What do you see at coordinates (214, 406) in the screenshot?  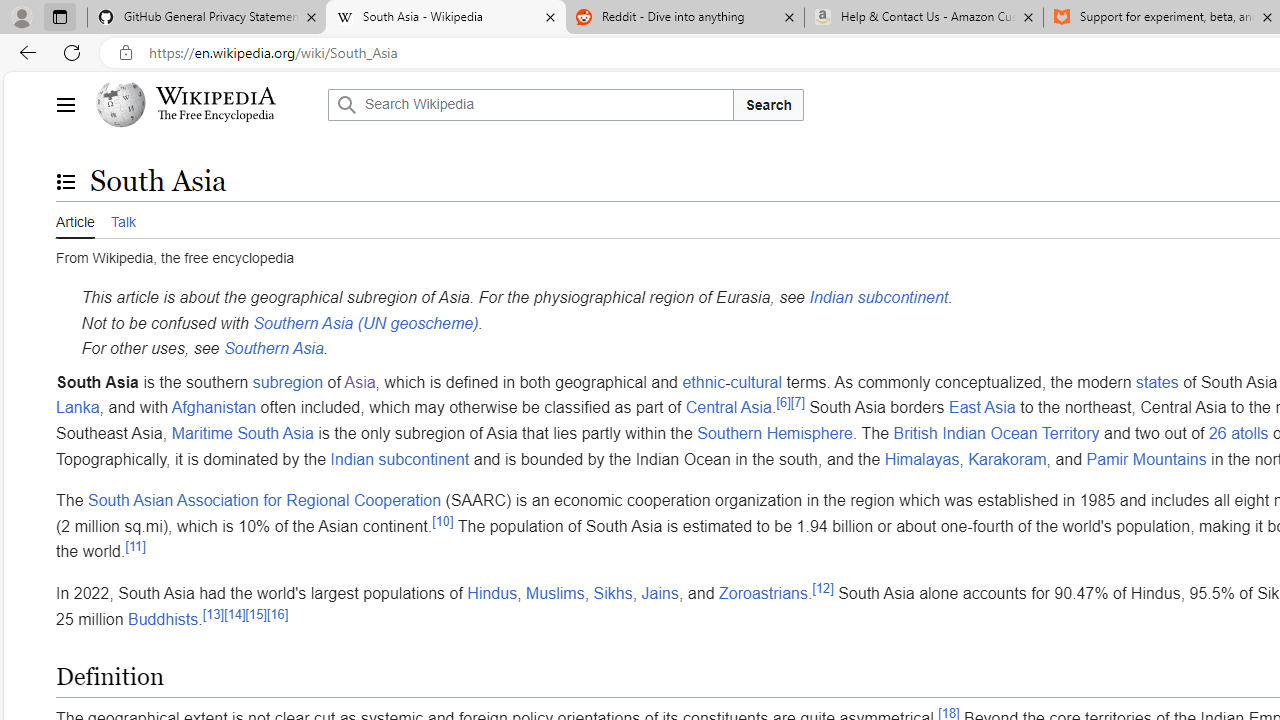 I see `'Afghanistan'` at bounding box center [214, 406].